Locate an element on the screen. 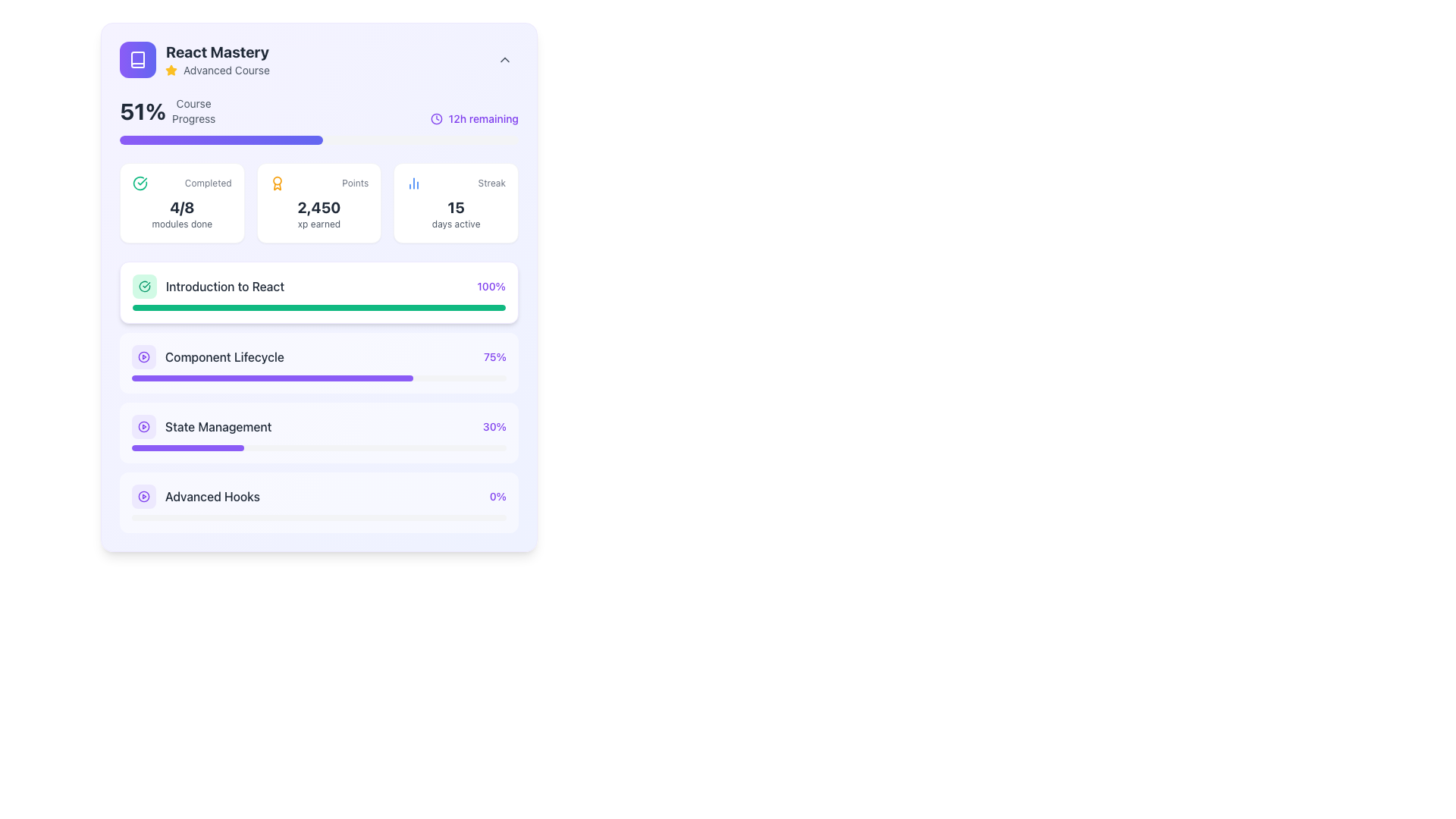 Image resolution: width=1456 pixels, height=819 pixels. the text element that serves as a title and descriptor for the course, located in the top-left section of the card layout, below the book icon is located at coordinates (217, 58).